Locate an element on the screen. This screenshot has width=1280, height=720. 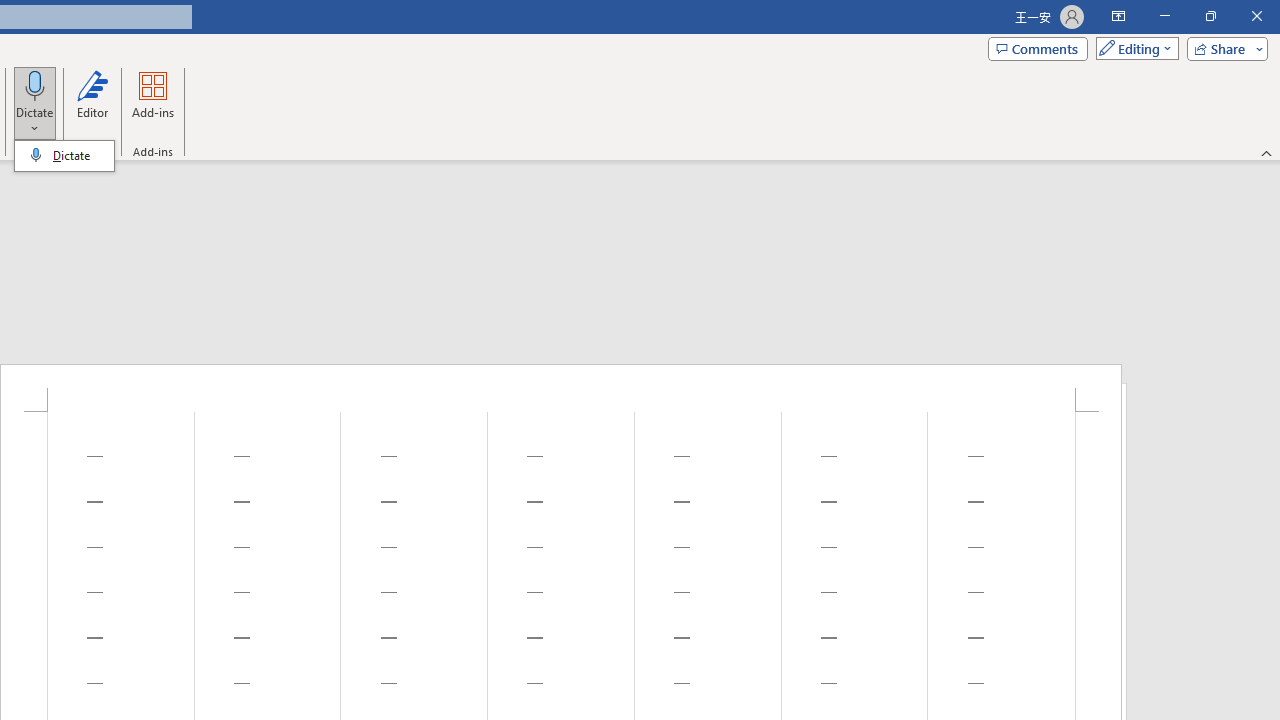
'&Dictate' is located at coordinates (64, 154).